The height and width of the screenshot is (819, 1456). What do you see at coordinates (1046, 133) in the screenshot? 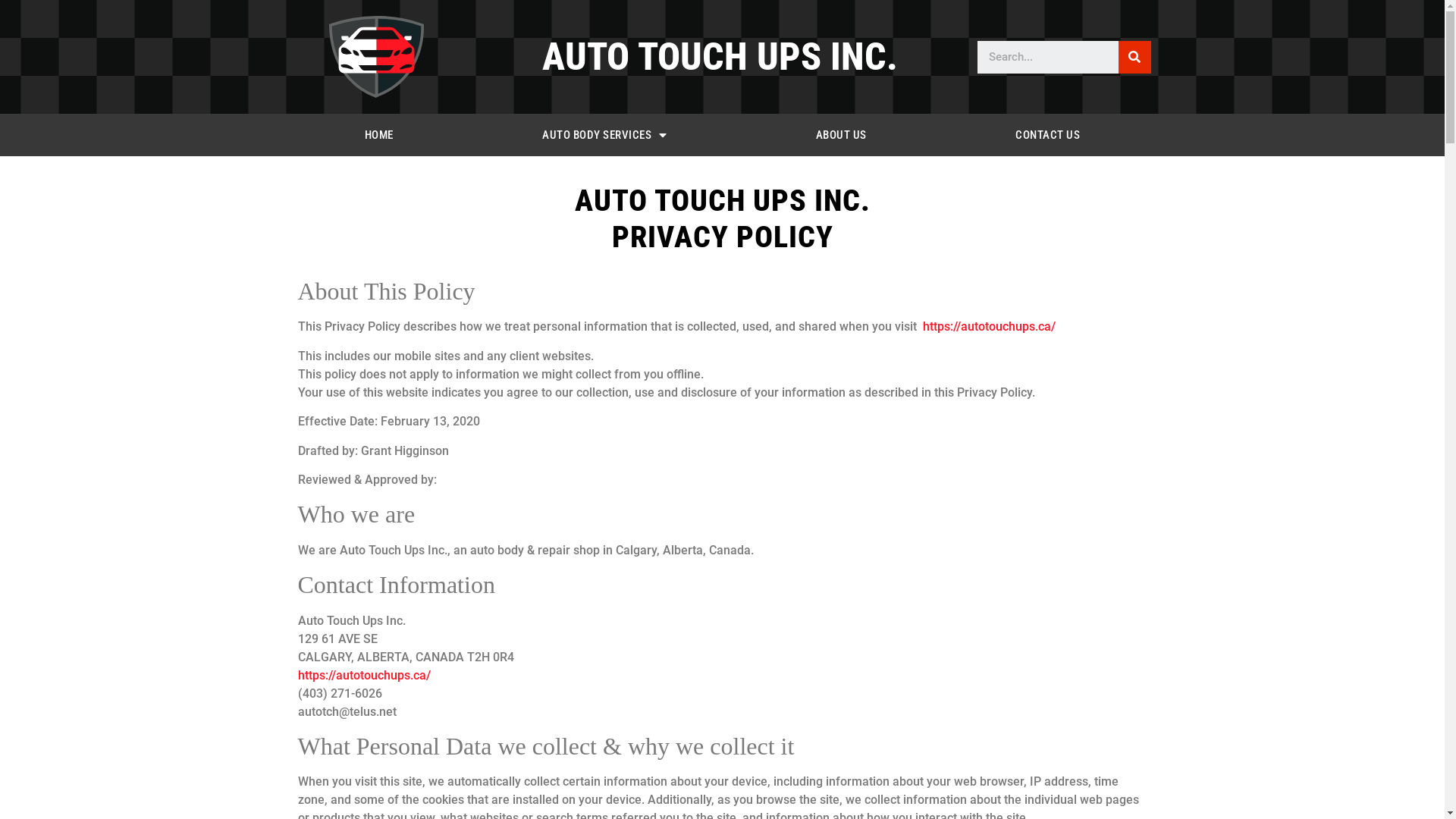
I see `'CONTACT US'` at bounding box center [1046, 133].